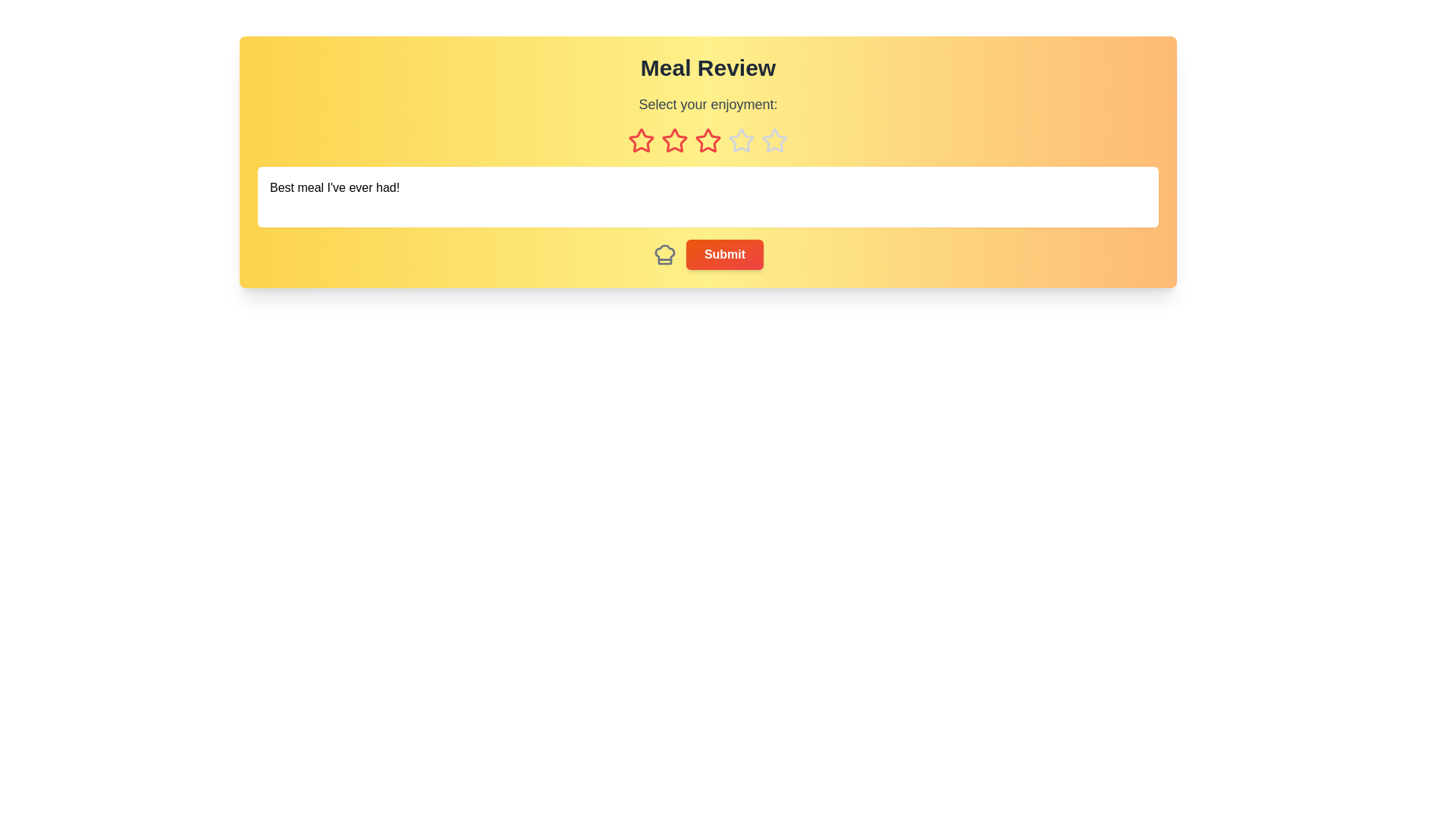 Image resolution: width=1456 pixels, height=819 pixels. Describe the element at coordinates (641, 140) in the screenshot. I see `the first Rating star icon, which is a star with a red border and no fill color, located under the heading 'Select your enjoyment:' in the review section` at that location.